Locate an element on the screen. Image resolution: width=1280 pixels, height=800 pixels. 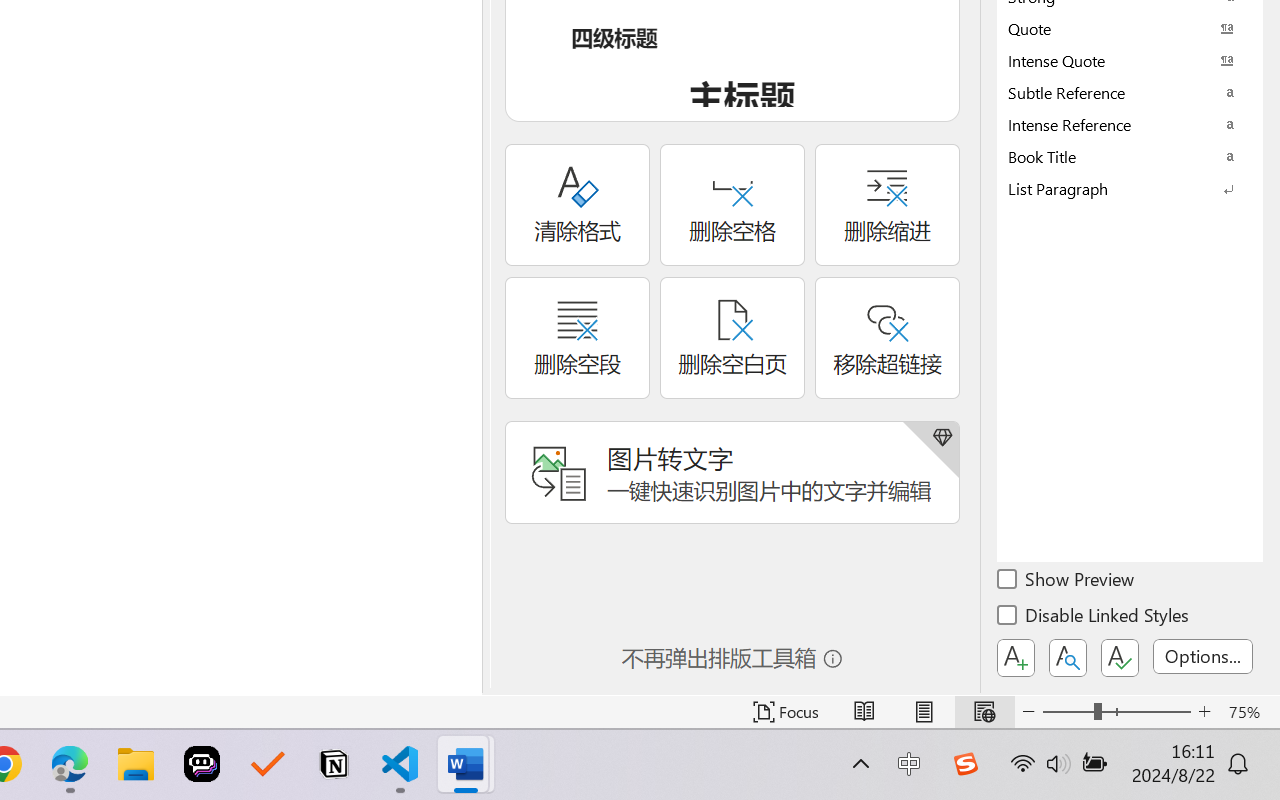
'Options...' is located at coordinates (1202, 655).